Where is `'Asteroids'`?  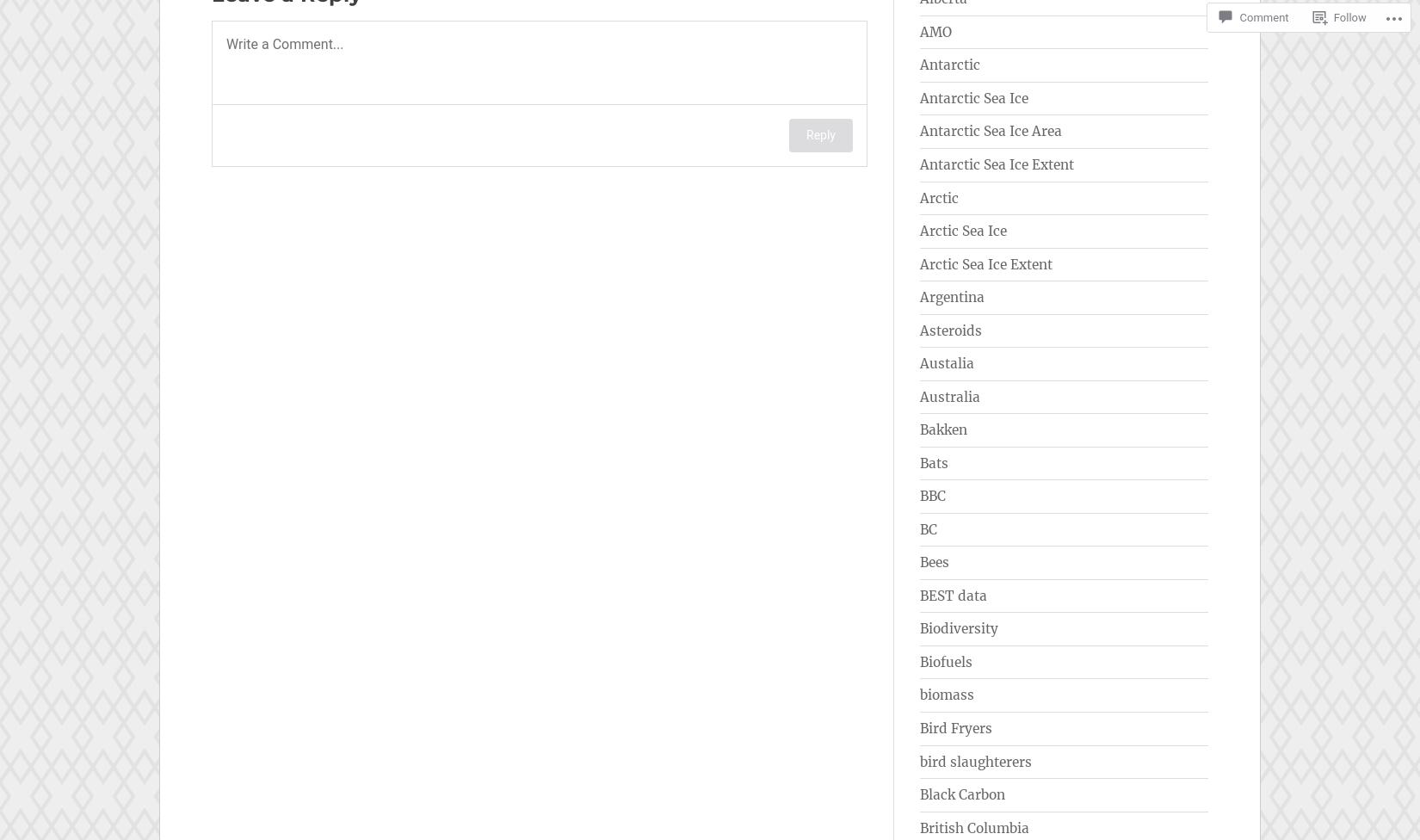
'Asteroids' is located at coordinates (951, 329).